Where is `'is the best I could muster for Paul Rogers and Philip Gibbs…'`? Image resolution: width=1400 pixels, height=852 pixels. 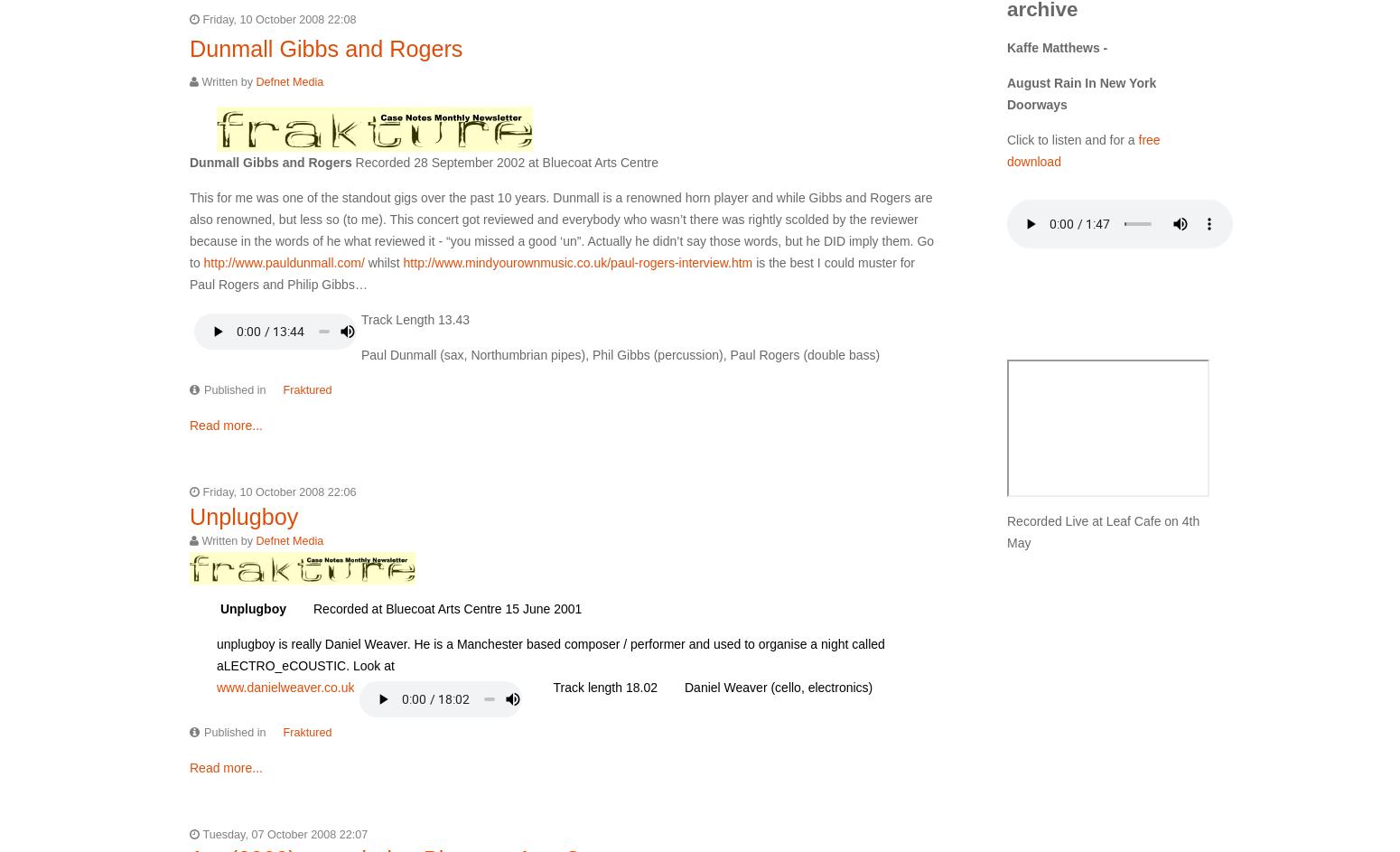
'is the best I could muster for Paul Rogers and Philip Gibbs…' is located at coordinates (552, 272).